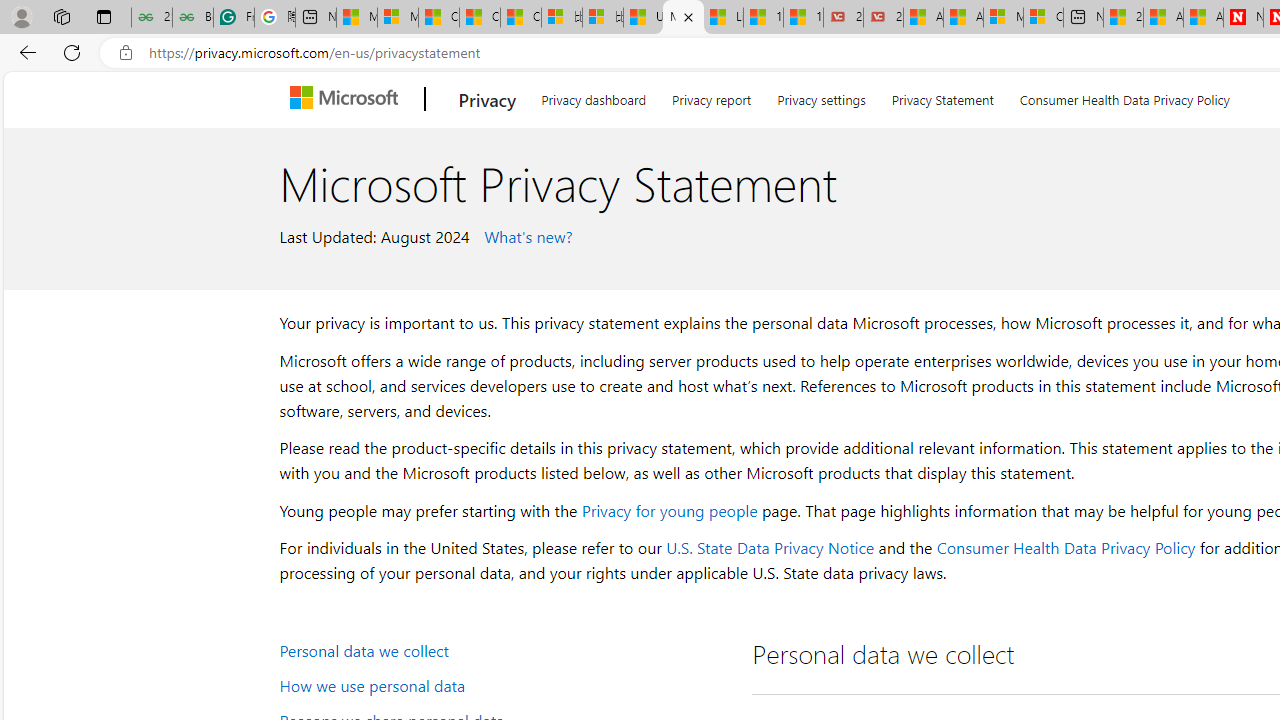  What do you see at coordinates (769, 547) in the screenshot?
I see `'U.S. State Data Privacy Notice'` at bounding box center [769, 547].